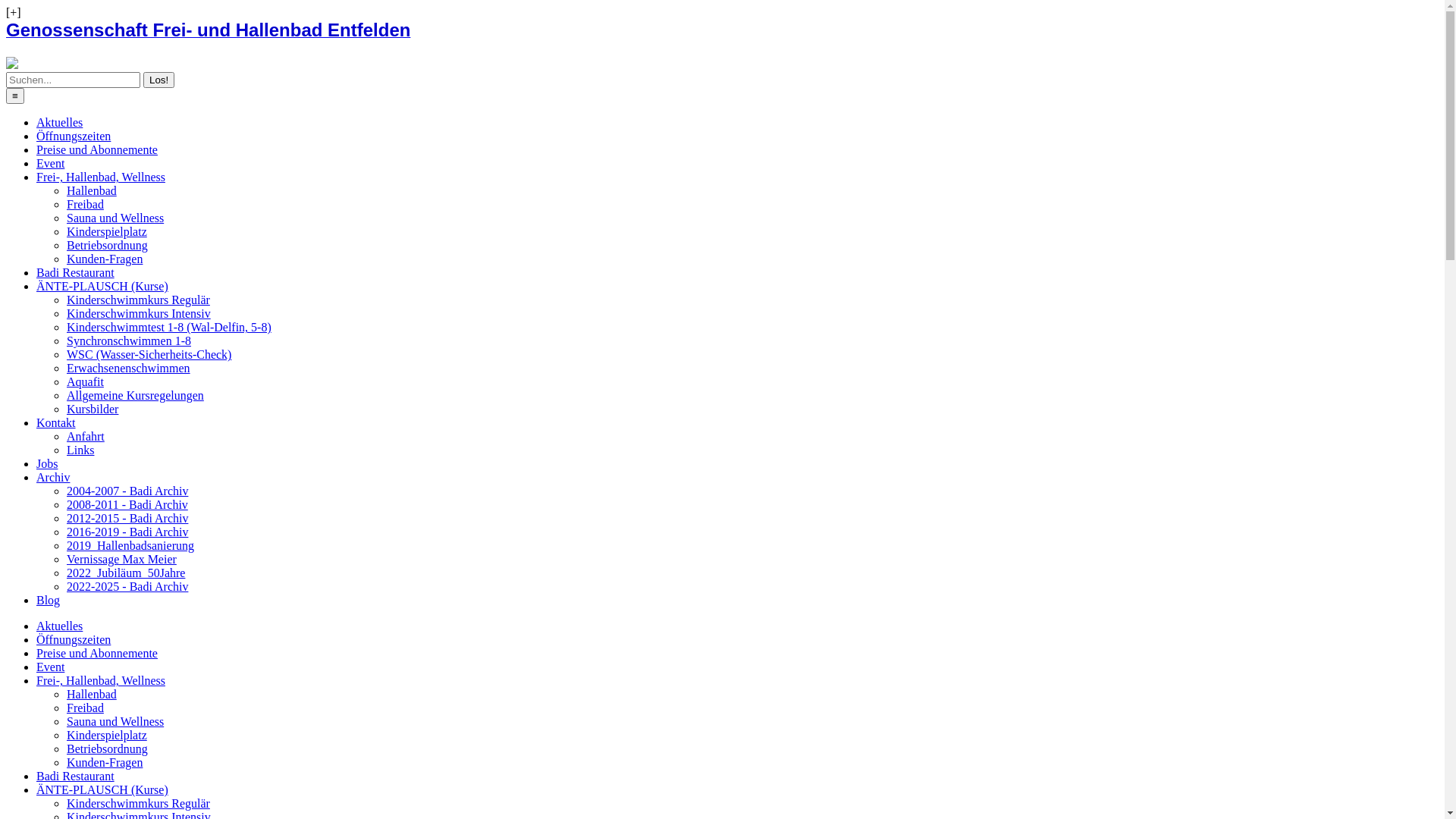 The height and width of the screenshot is (819, 1456). I want to click on 'Synchronschwimmen 1-8', so click(65, 340).